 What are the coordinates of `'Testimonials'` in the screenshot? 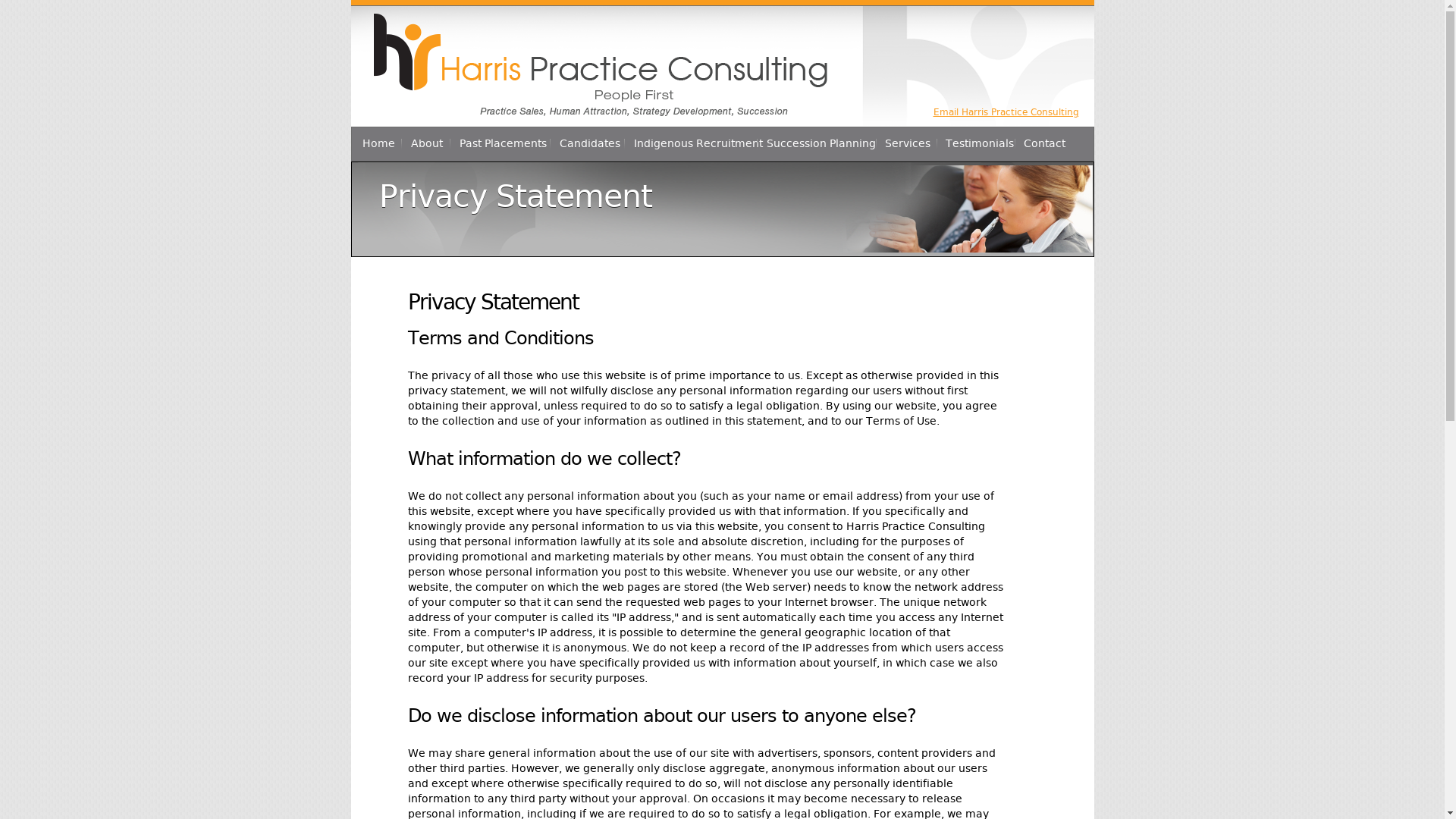 It's located at (979, 143).